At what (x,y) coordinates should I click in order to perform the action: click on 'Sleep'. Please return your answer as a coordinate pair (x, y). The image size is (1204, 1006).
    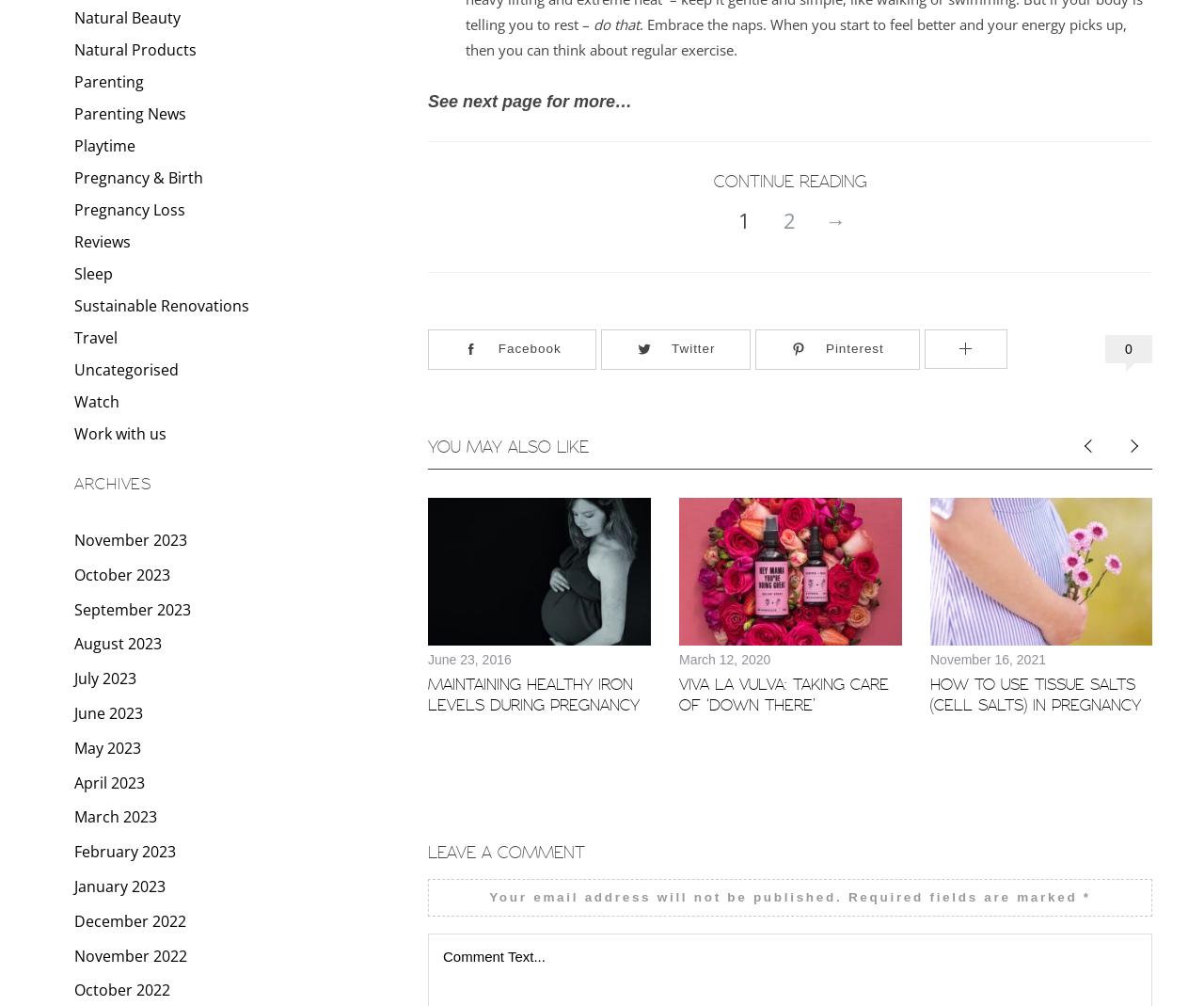
    Looking at the image, I should click on (92, 272).